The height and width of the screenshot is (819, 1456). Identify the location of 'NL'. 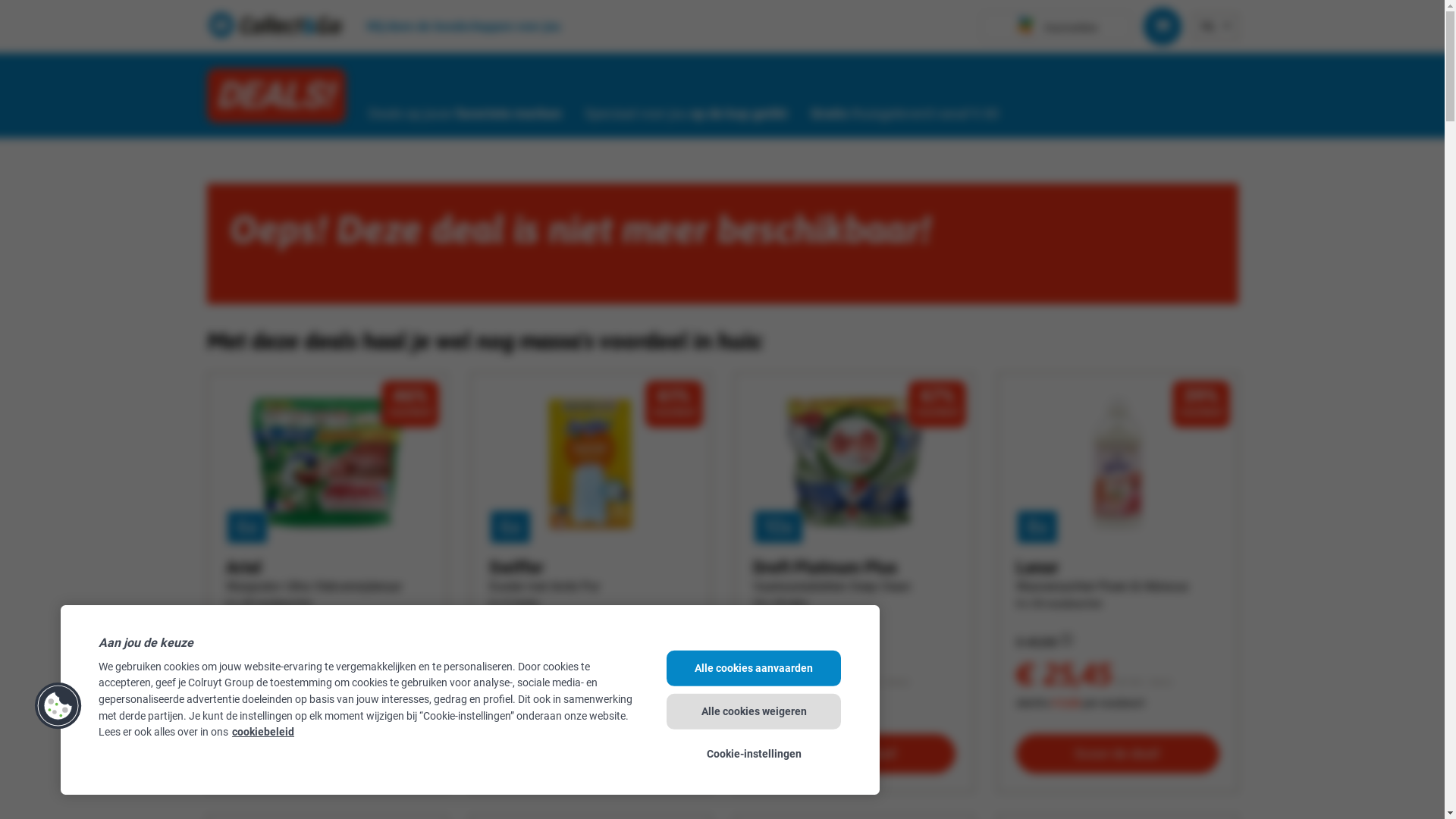
(1207, 25).